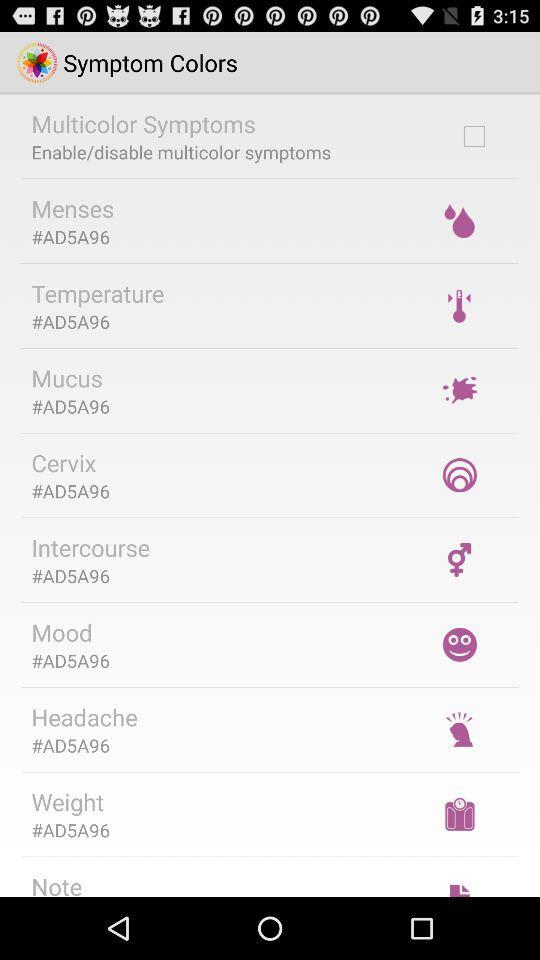 This screenshot has height=960, width=540. I want to click on item above the #ad5a96 icon, so click(67, 801).